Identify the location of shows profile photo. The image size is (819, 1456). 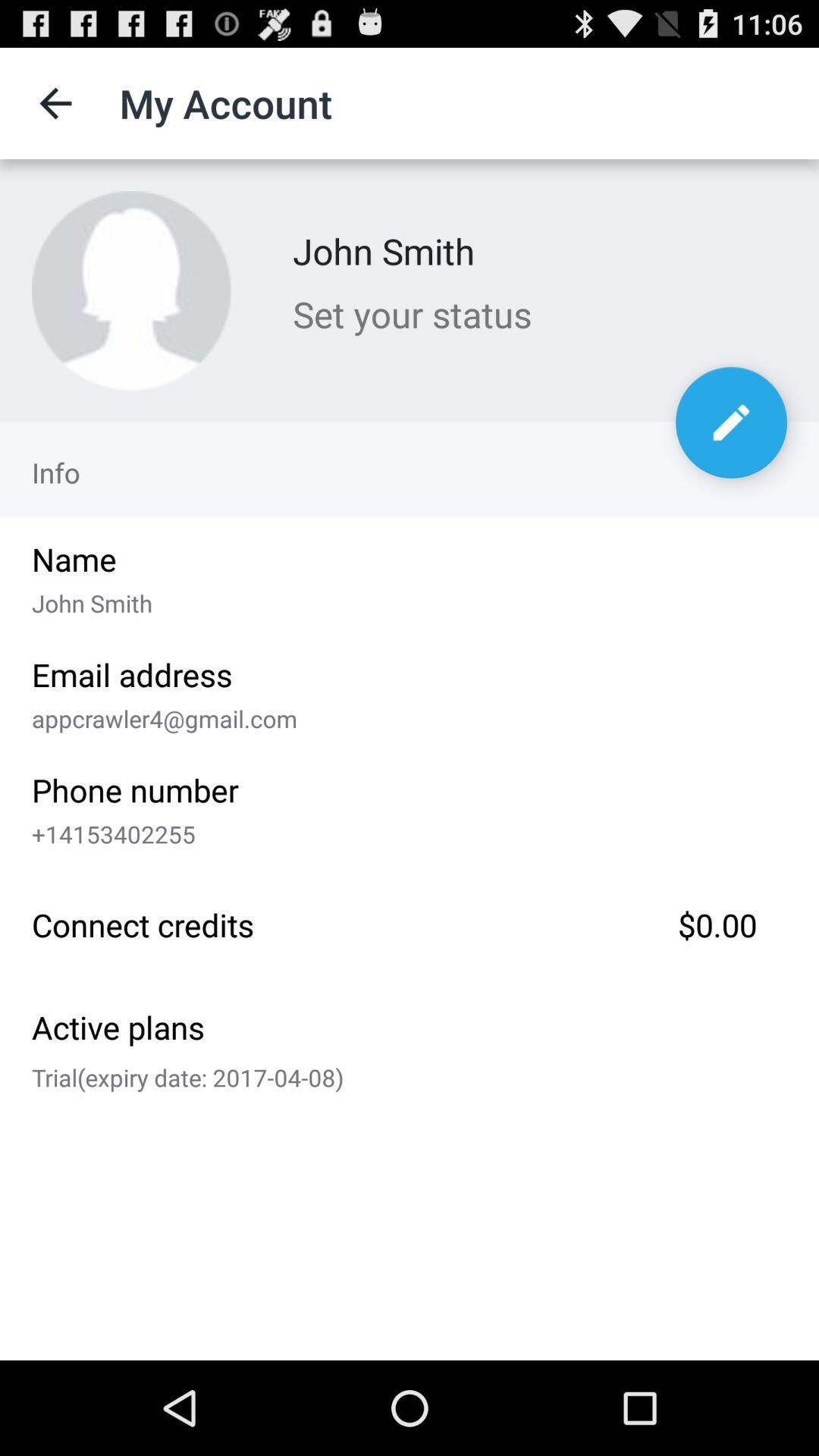
(130, 290).